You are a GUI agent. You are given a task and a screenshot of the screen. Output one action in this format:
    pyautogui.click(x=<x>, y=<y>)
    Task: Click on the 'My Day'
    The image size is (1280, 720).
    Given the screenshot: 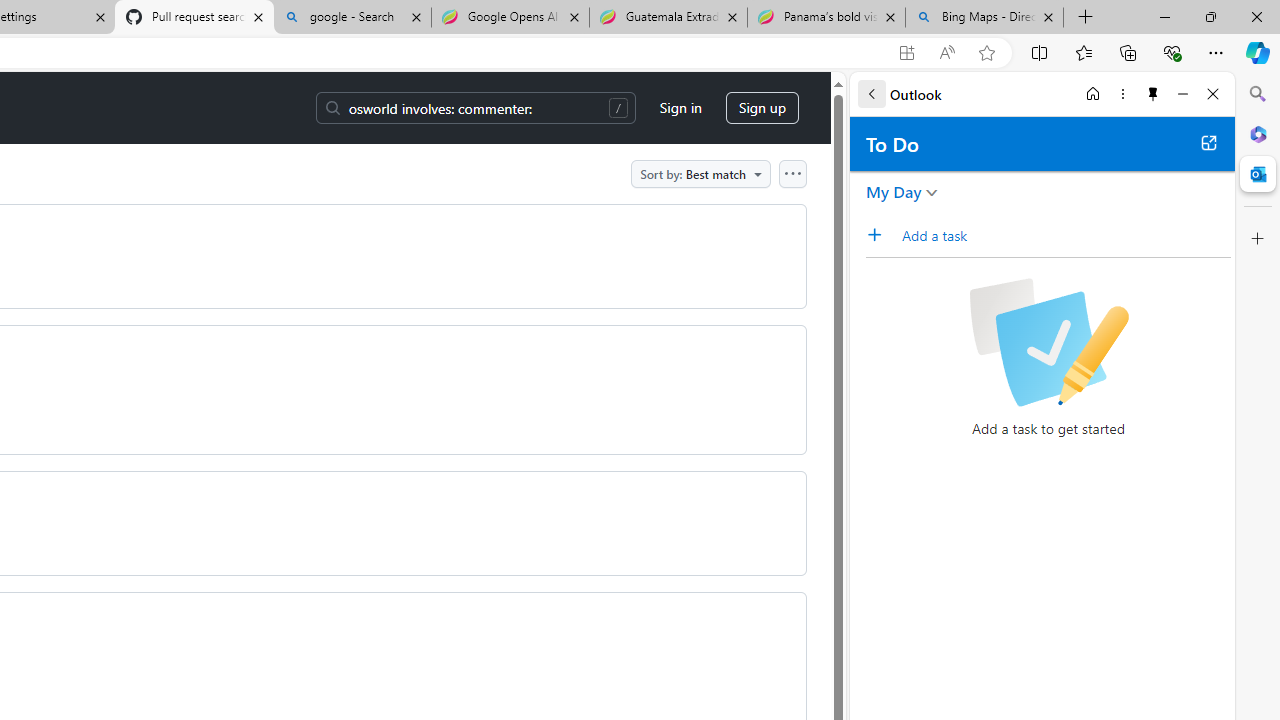 What is the action you would take?
    pyautogui.click(x=893, y=191)
    